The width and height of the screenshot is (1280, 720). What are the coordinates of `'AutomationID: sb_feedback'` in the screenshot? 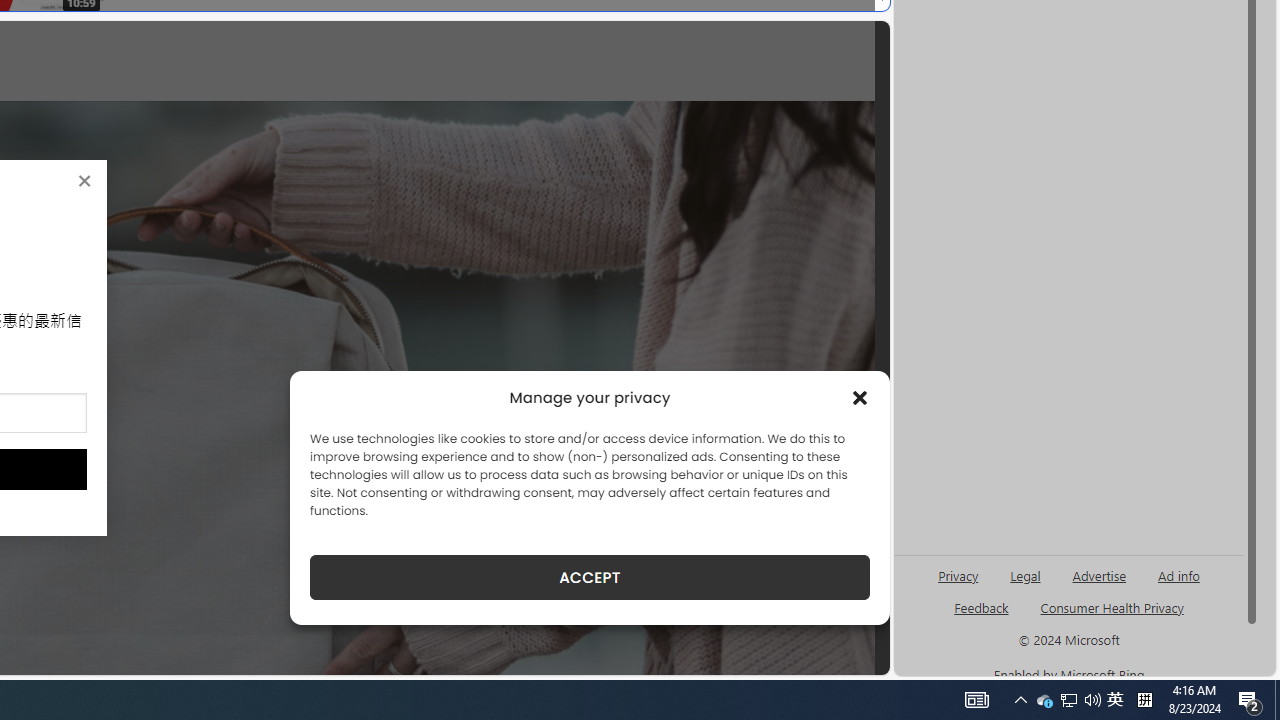 It's located at (981, 606).